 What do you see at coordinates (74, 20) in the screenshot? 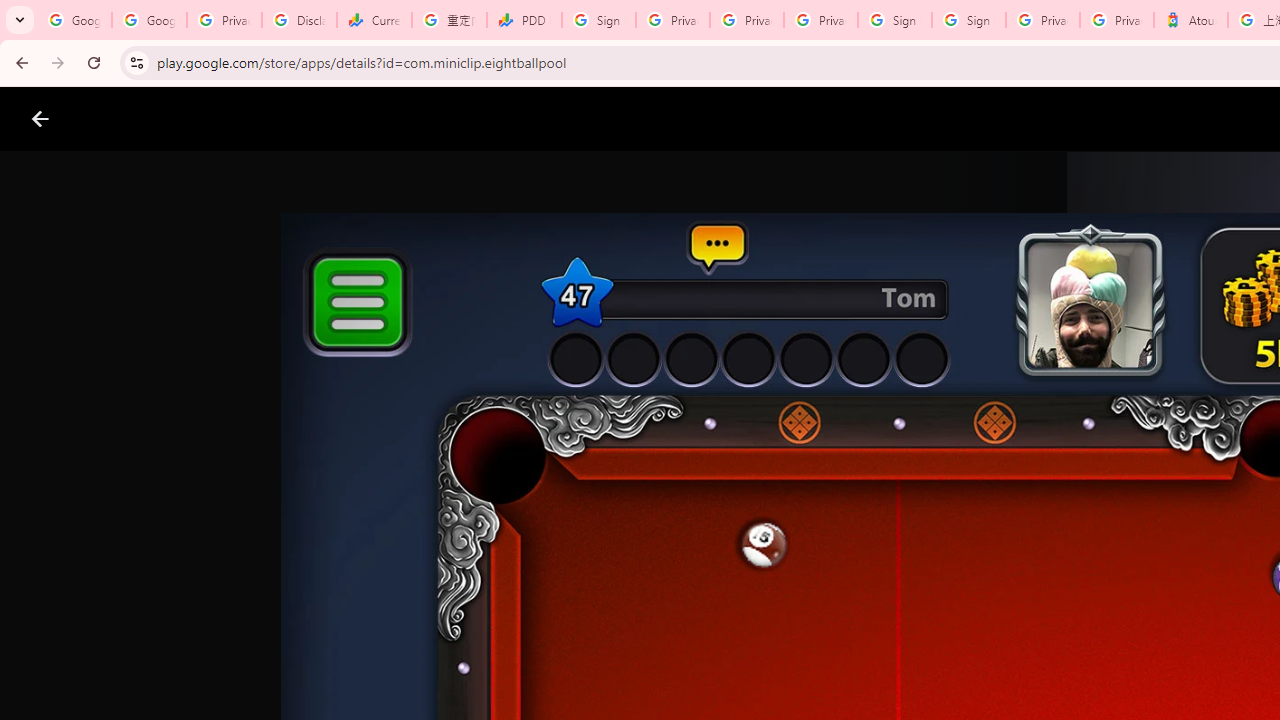
I see `'Google Workspace Admin Community'` at bounding box center [74, 20].